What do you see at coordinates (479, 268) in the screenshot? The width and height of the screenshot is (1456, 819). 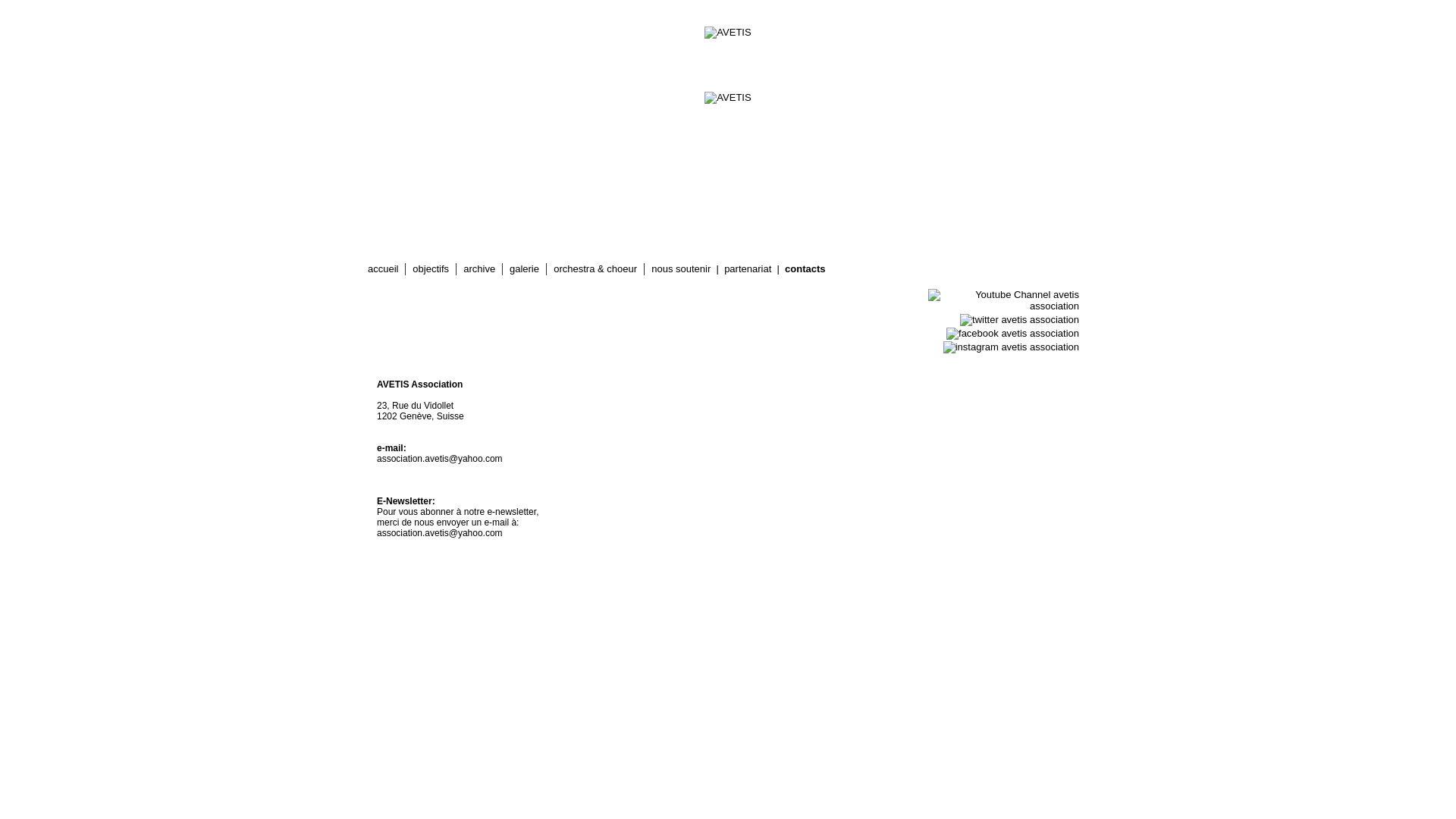 I see `'archive'` at bounding box center [479, 268].